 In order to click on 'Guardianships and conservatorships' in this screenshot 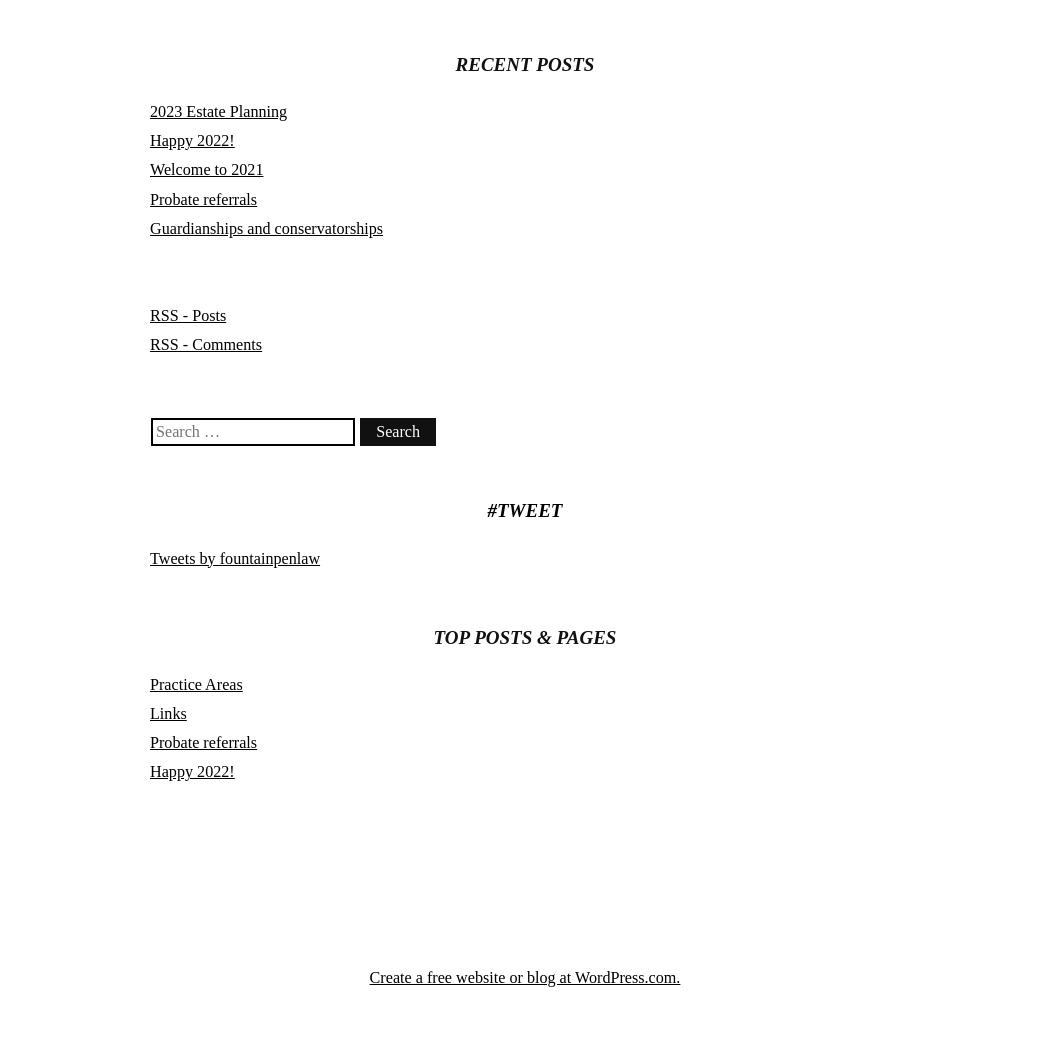, I will do `click(150, 226)`.